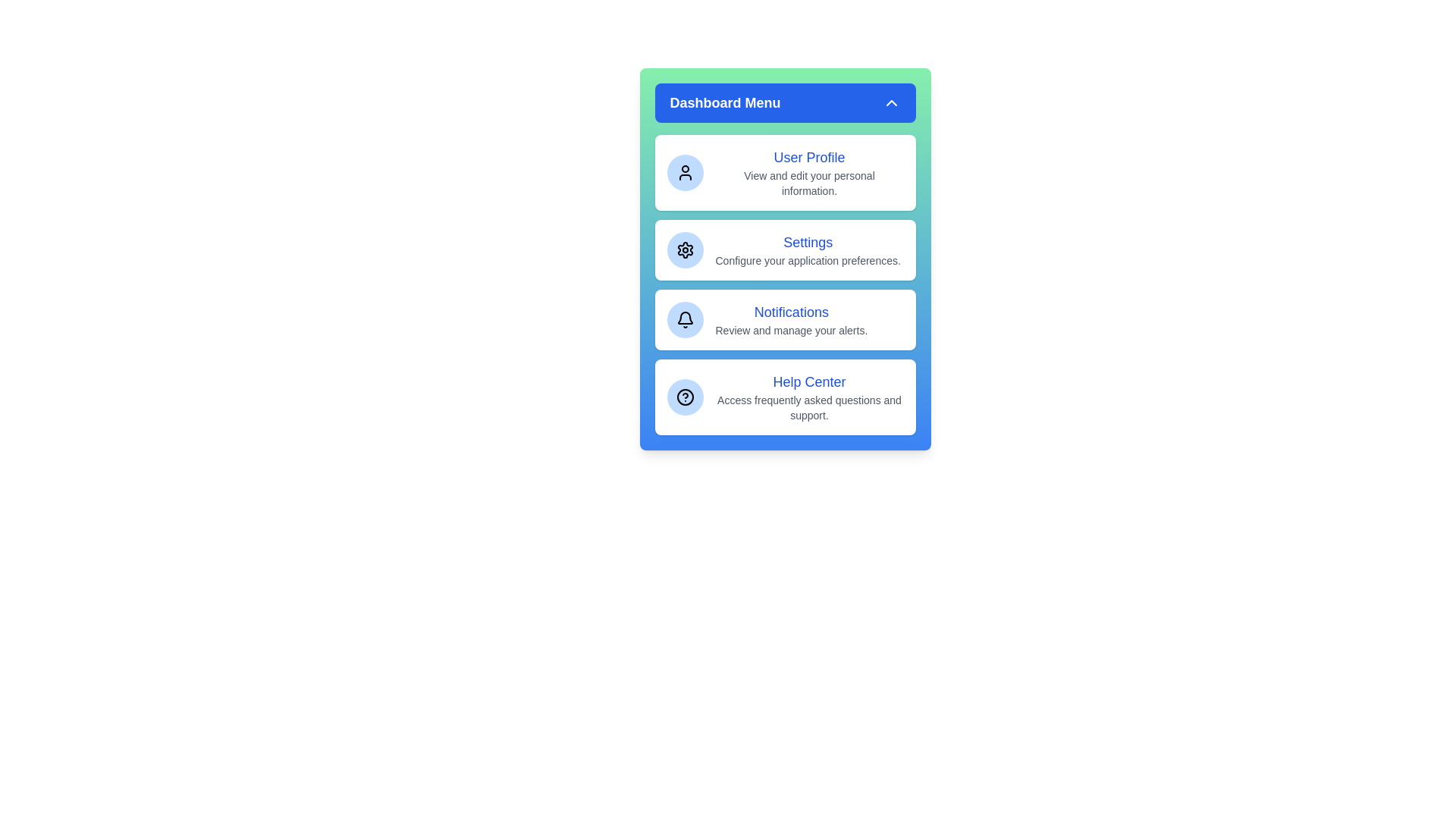  What do you see at coordinates (785, 171) in the screenshot?
I see `the menu option User Profile` at bounding box center [785, 171].